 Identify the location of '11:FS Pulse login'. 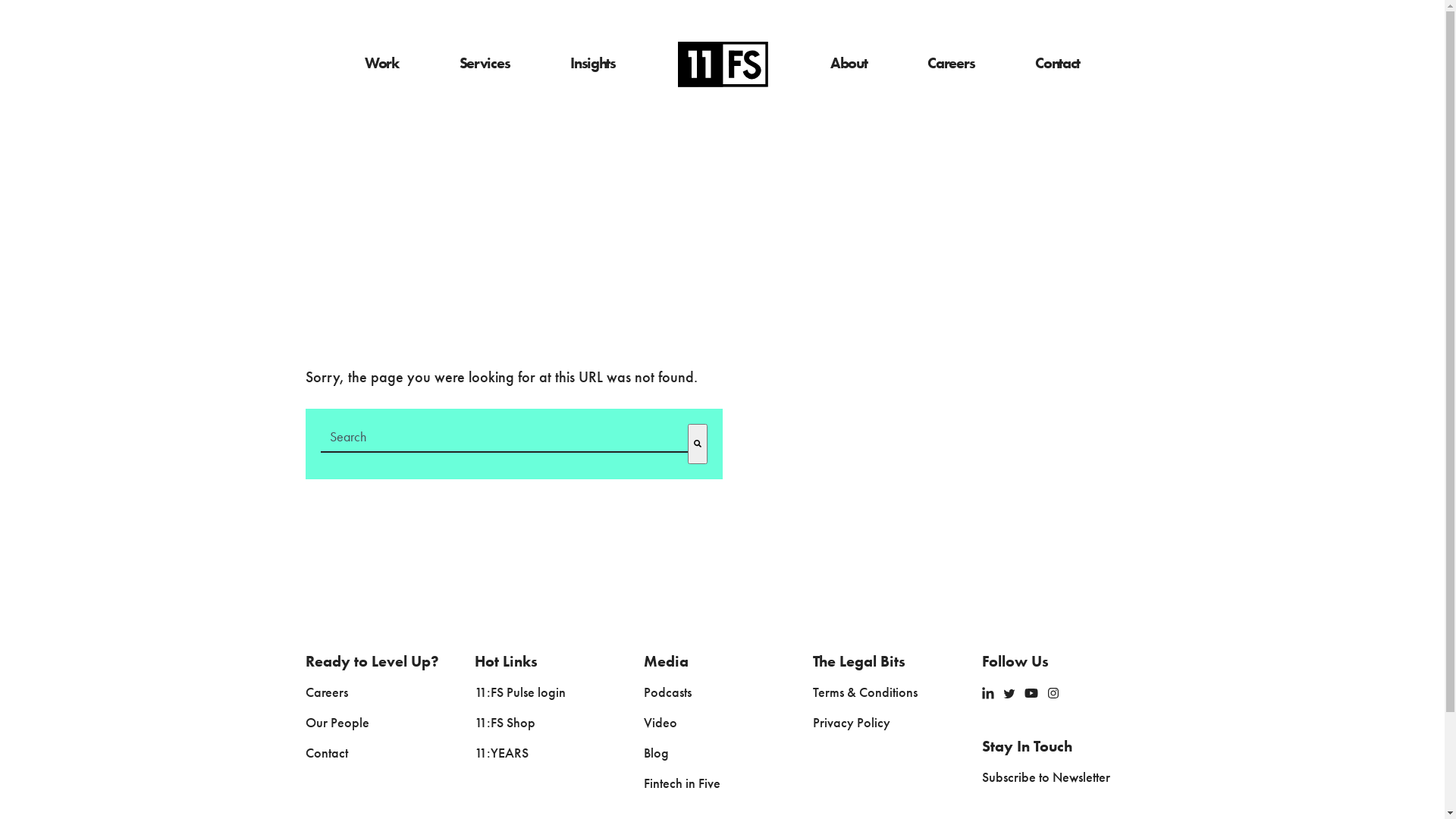
(520, 693).